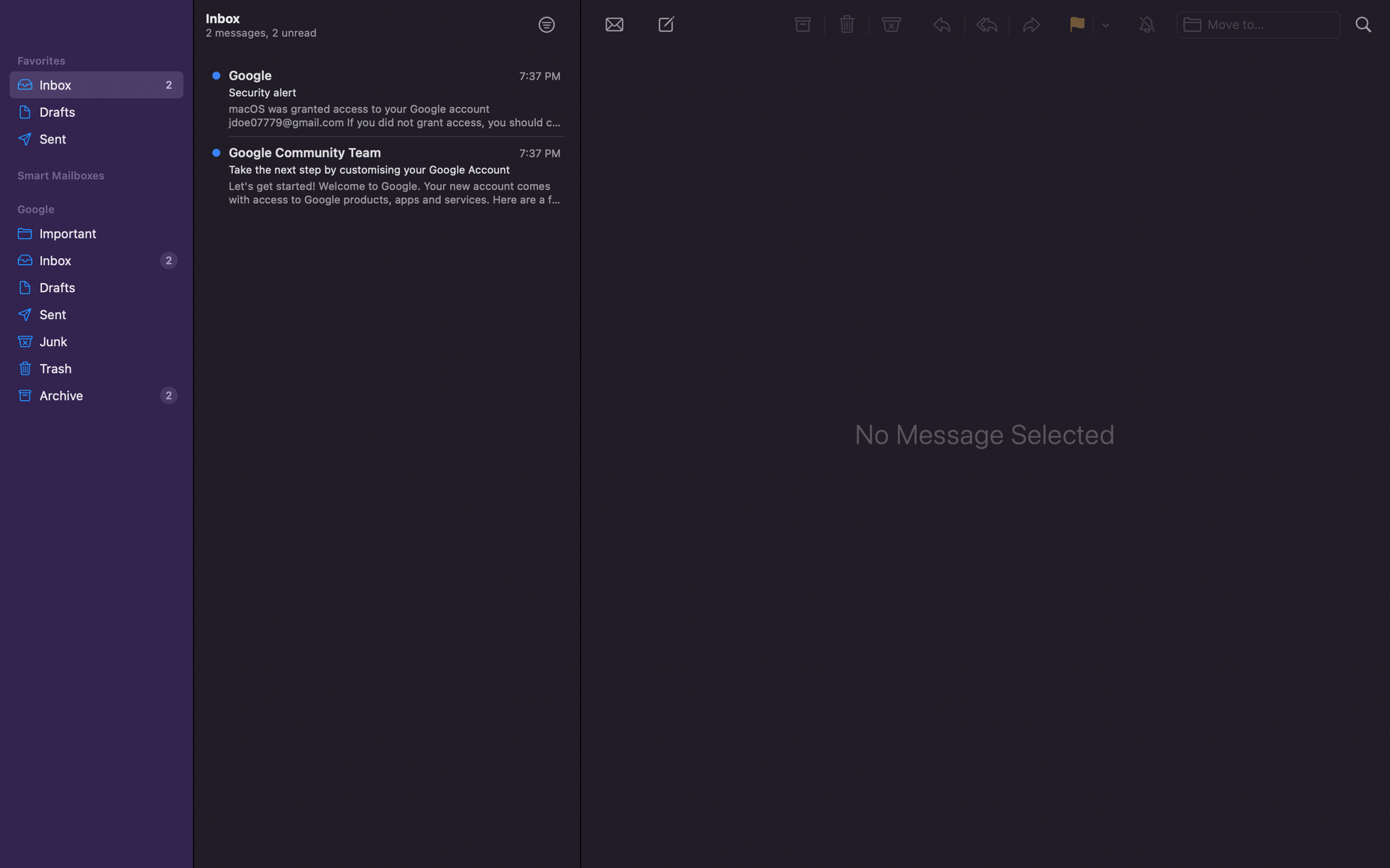 The width and height of the screenshot is (1390, 868). I want to click on Click the option to view the important mail, so click(94, 231).